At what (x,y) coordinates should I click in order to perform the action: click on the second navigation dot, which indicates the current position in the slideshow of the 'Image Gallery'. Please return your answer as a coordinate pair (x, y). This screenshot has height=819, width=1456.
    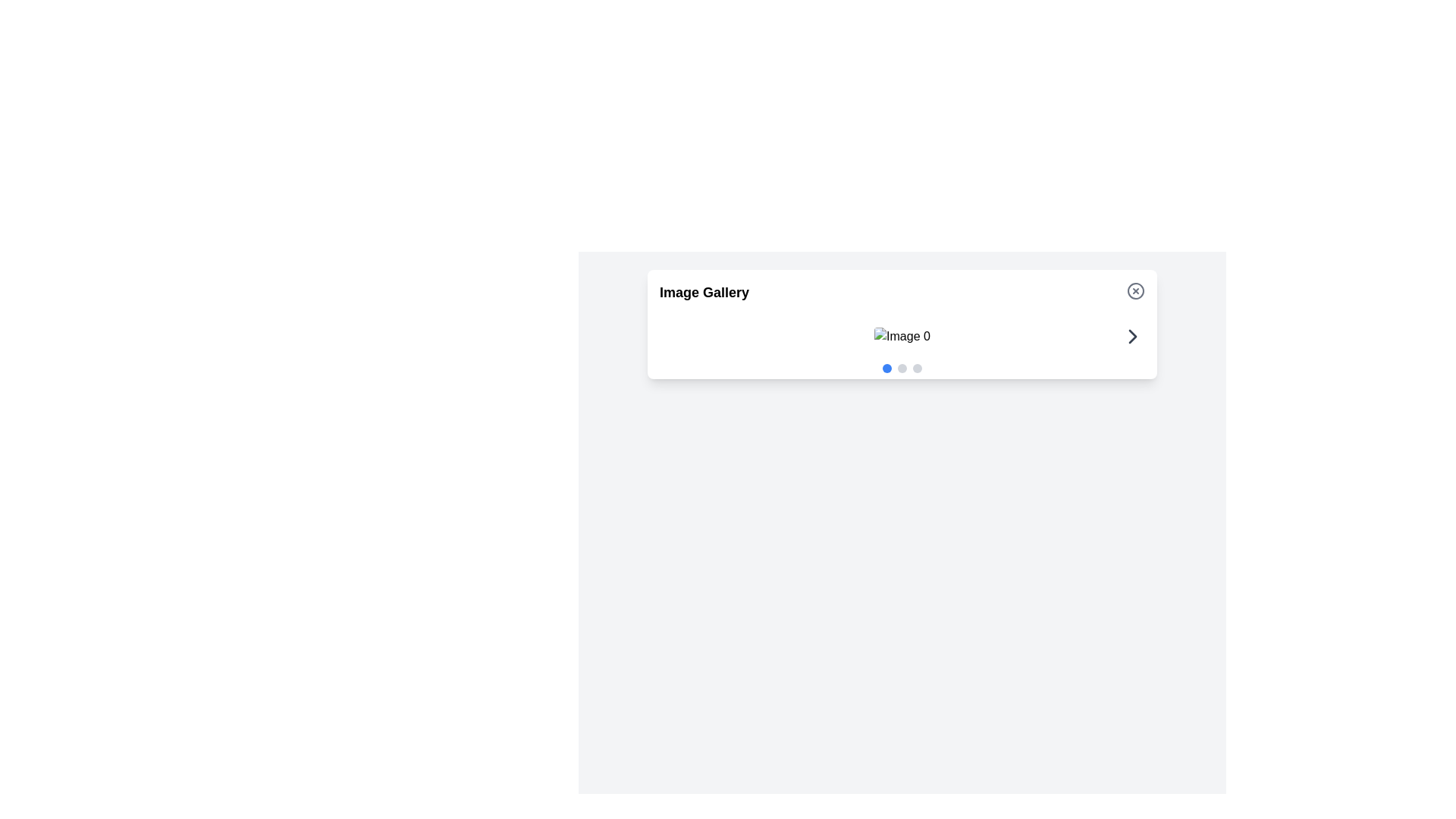
    Looking at the image, I should click on (902, 369).